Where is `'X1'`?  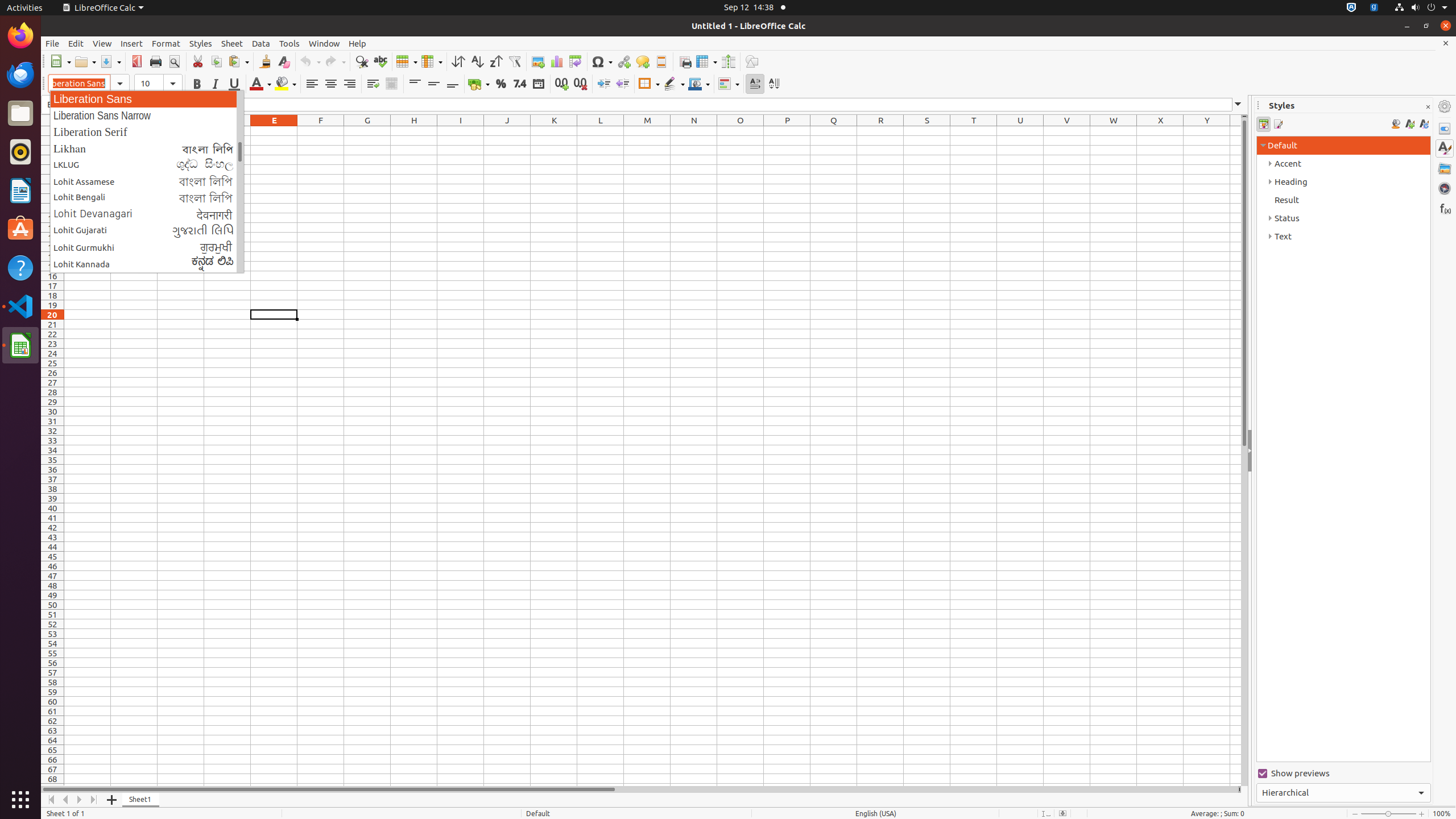 'X1' is located at coordinates (1160, 130).